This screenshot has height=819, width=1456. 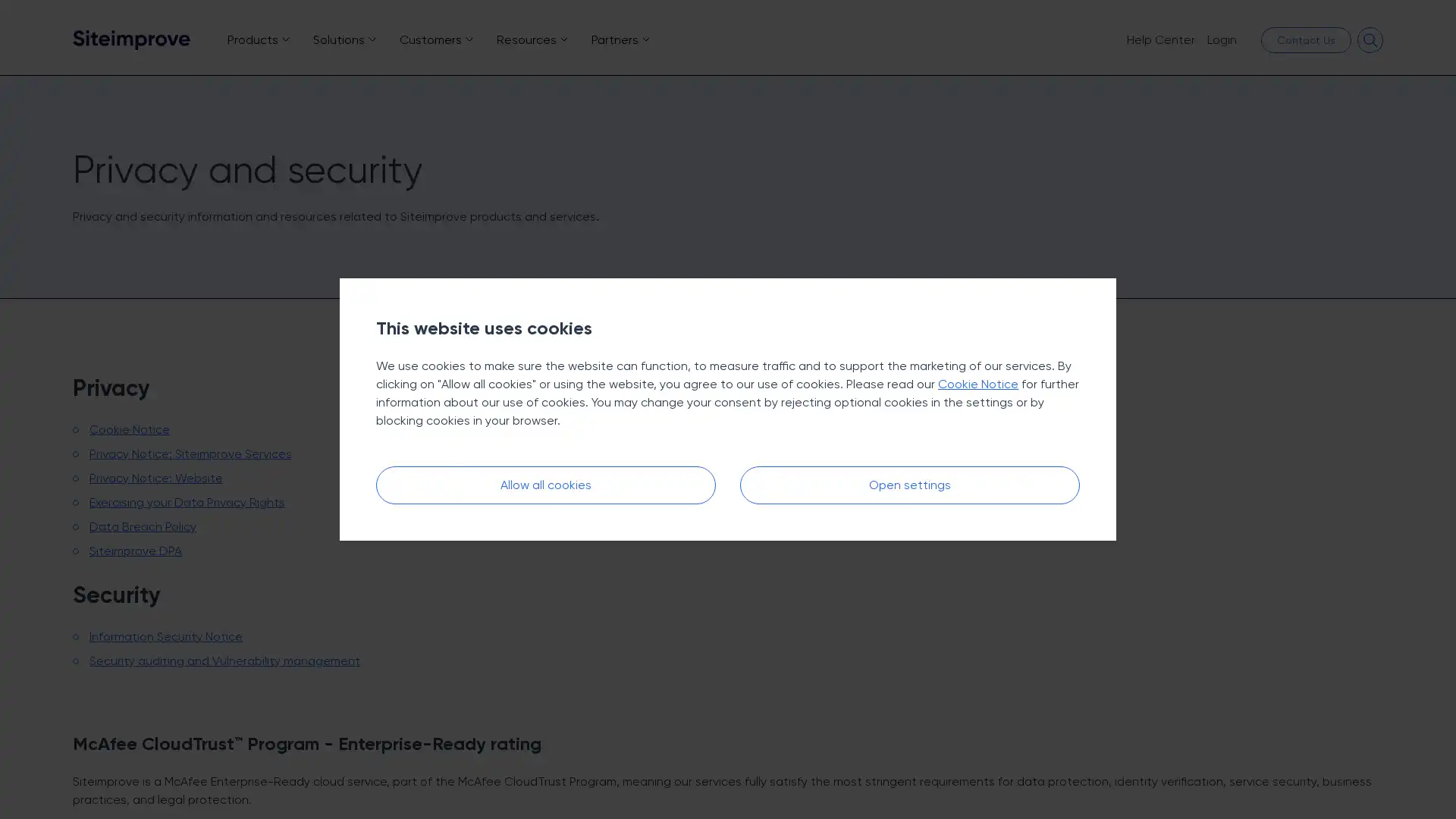 I want to click on Products, so click(x=257, y=38).